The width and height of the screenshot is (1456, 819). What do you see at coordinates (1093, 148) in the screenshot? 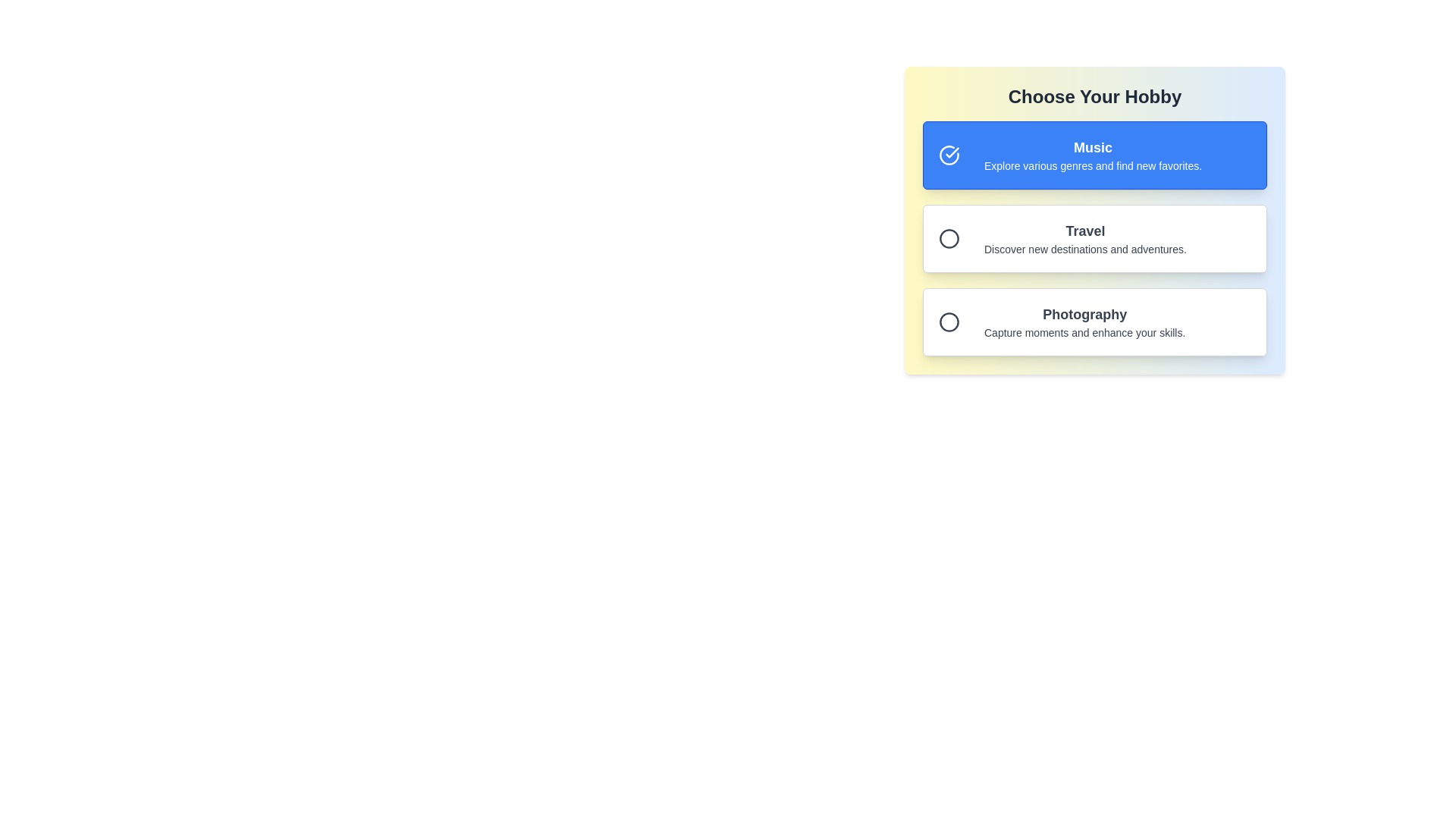
I see `text 'Music' which is styled in bold and white on a blue background, centrally aligned in the hobby selection interface` at bounding box center [1093, 148].